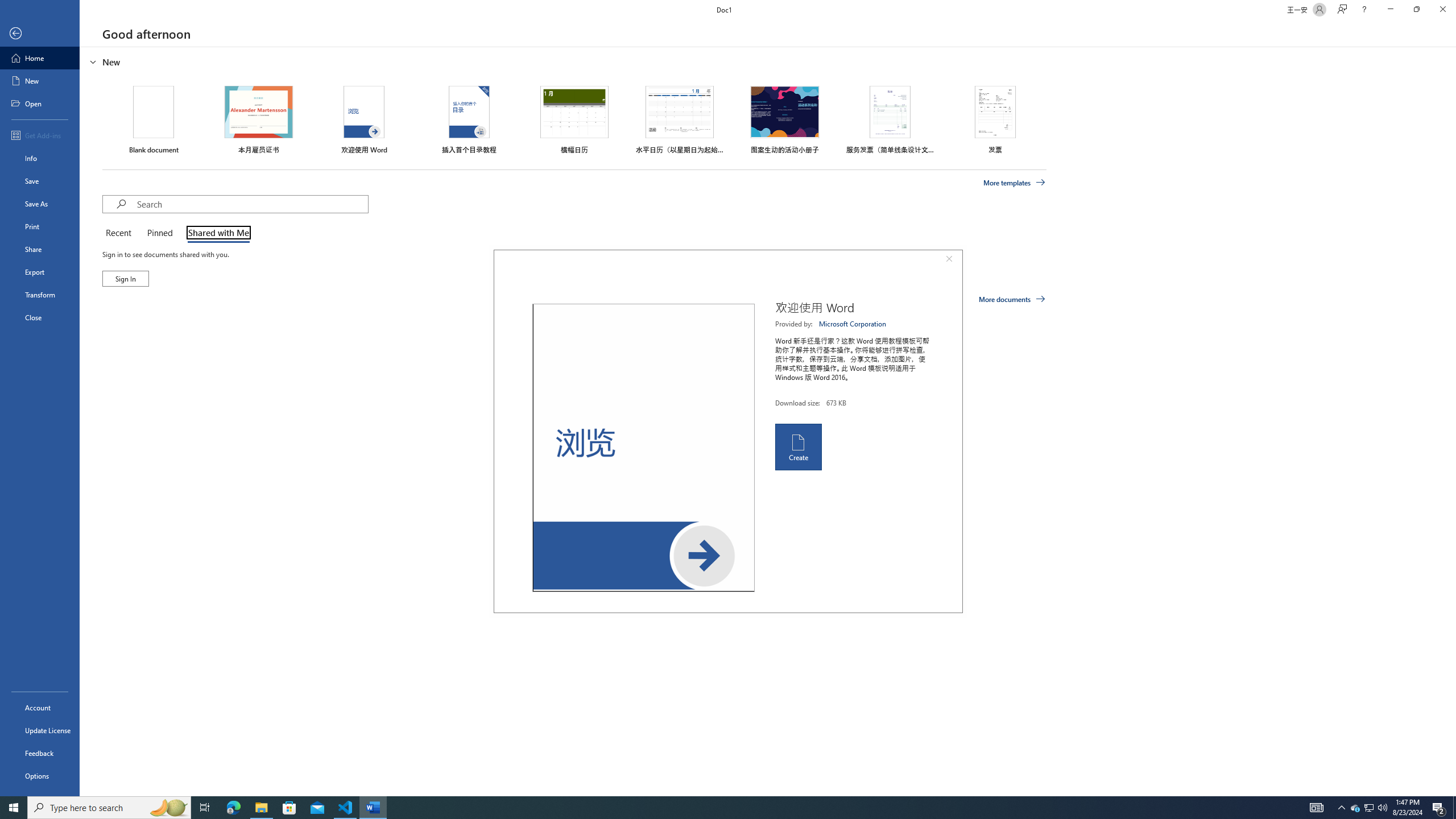  What do you see at coordinates (93, 61) in the screenshot?
I see `'Hide or show region'` at bounding box center [93, 61].